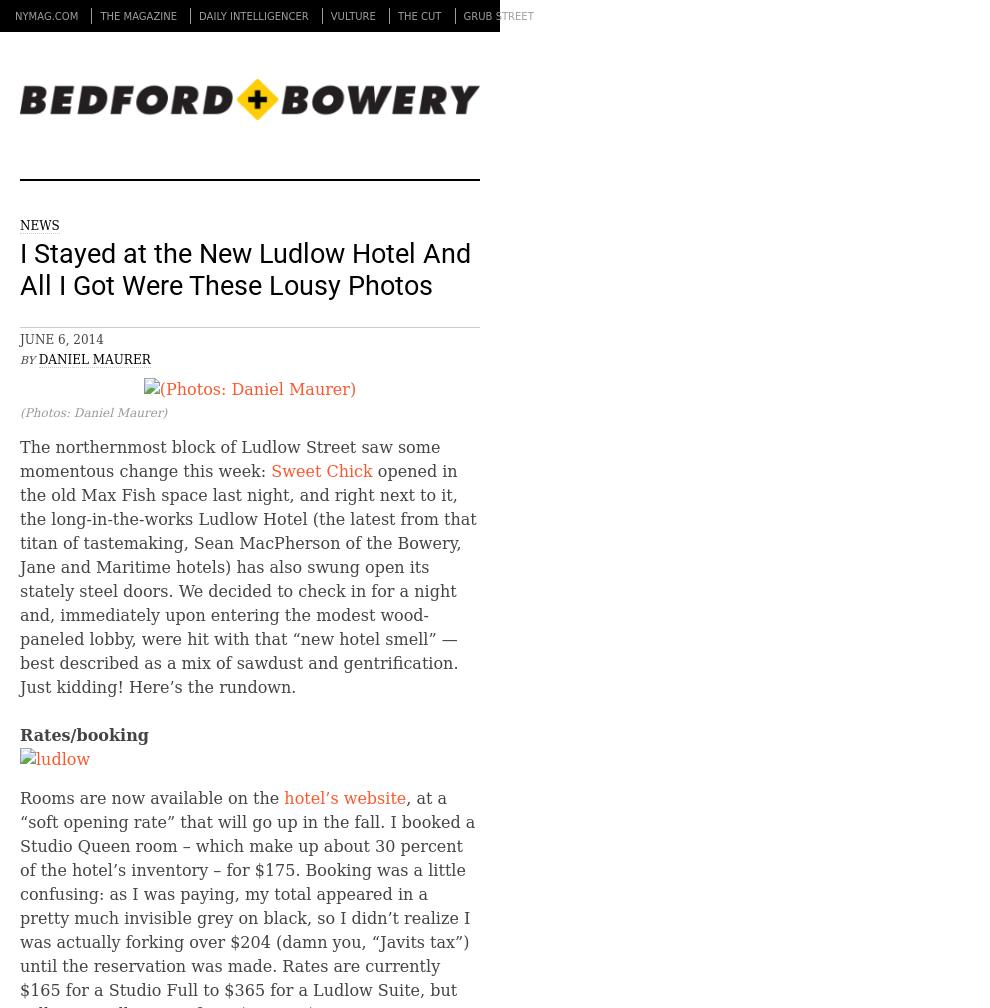 Image resolution: width=990 pixels, height=1008 pixels. What do you see at coordinates (151, 797) in the screenshot?
I see `'Rooms are now available on the'` at bounding box center [151, 797].